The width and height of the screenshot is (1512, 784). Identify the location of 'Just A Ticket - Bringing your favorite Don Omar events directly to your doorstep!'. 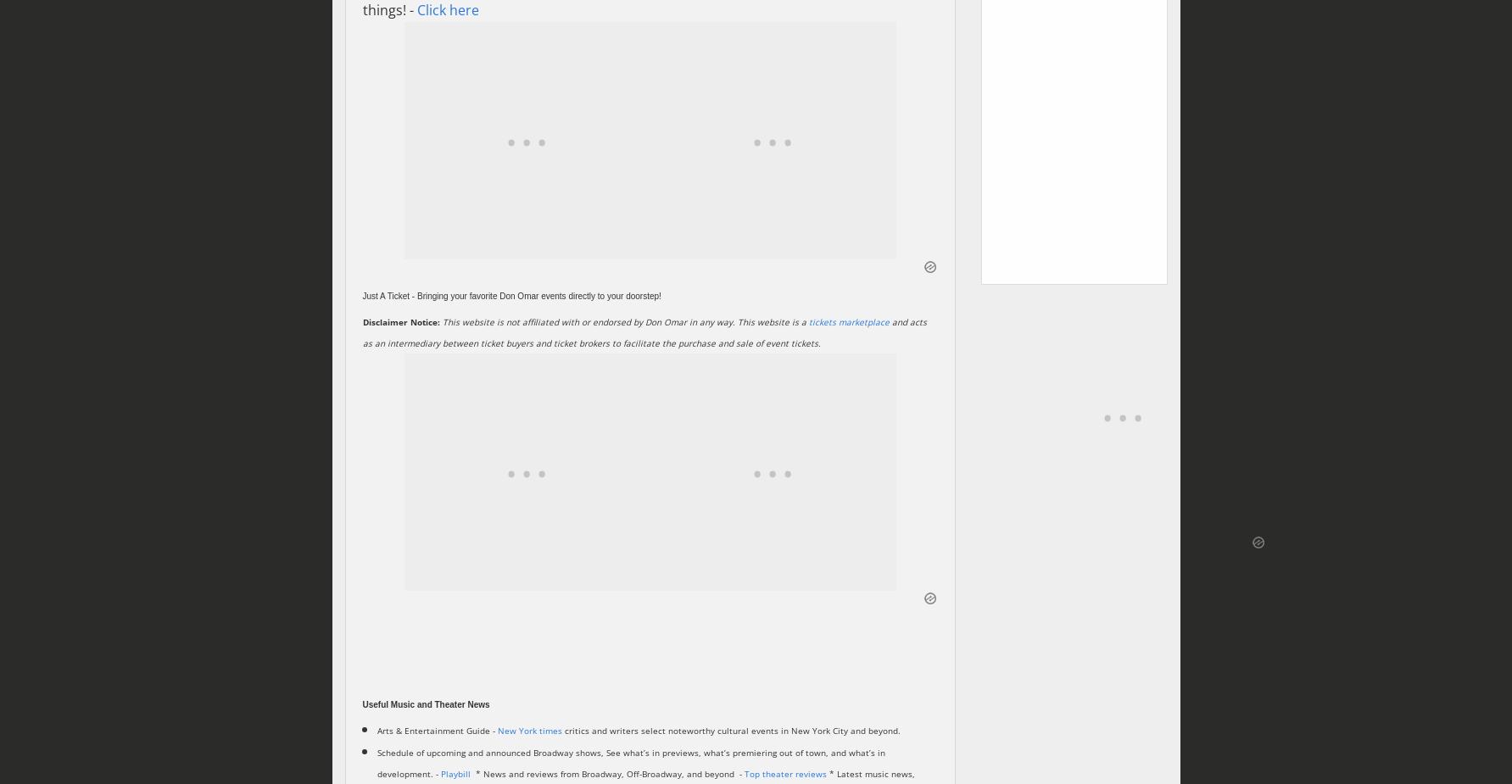
(511, 294).